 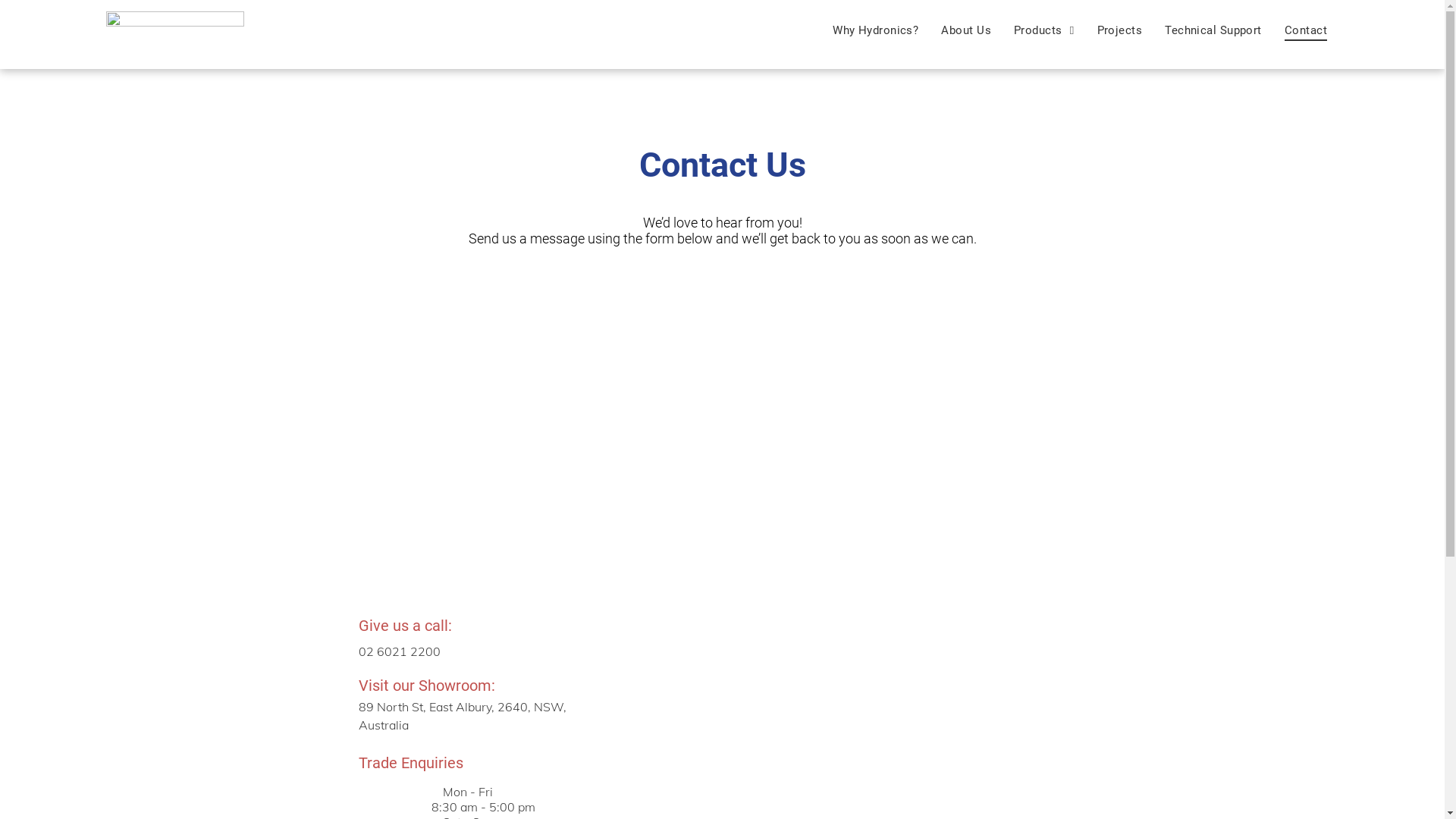 I want to click on 'Why Hydronics?', so click(x=821, y=30).